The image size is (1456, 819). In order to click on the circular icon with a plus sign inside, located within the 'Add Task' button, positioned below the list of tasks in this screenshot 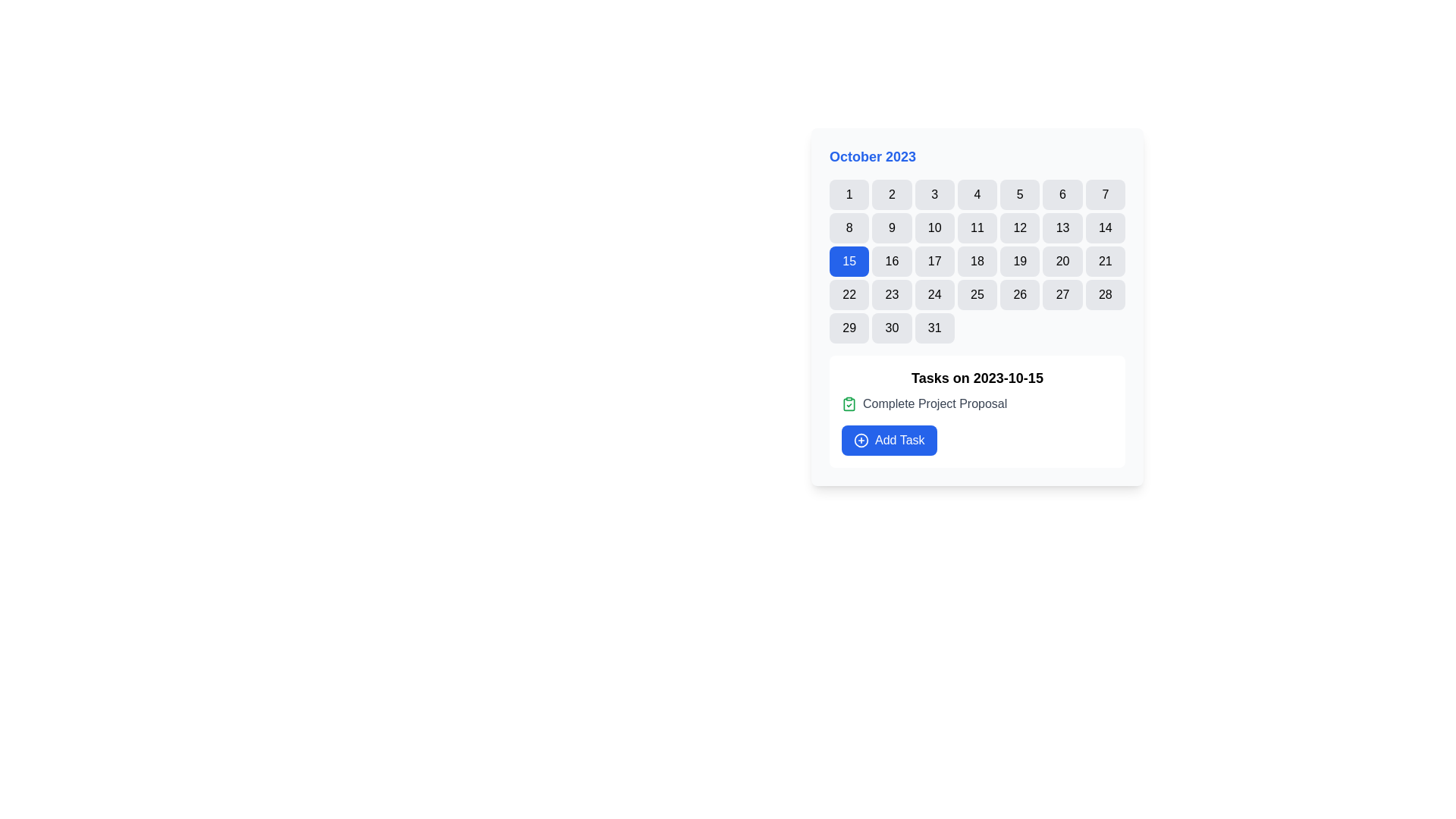, I will do `click(861, 441)`.